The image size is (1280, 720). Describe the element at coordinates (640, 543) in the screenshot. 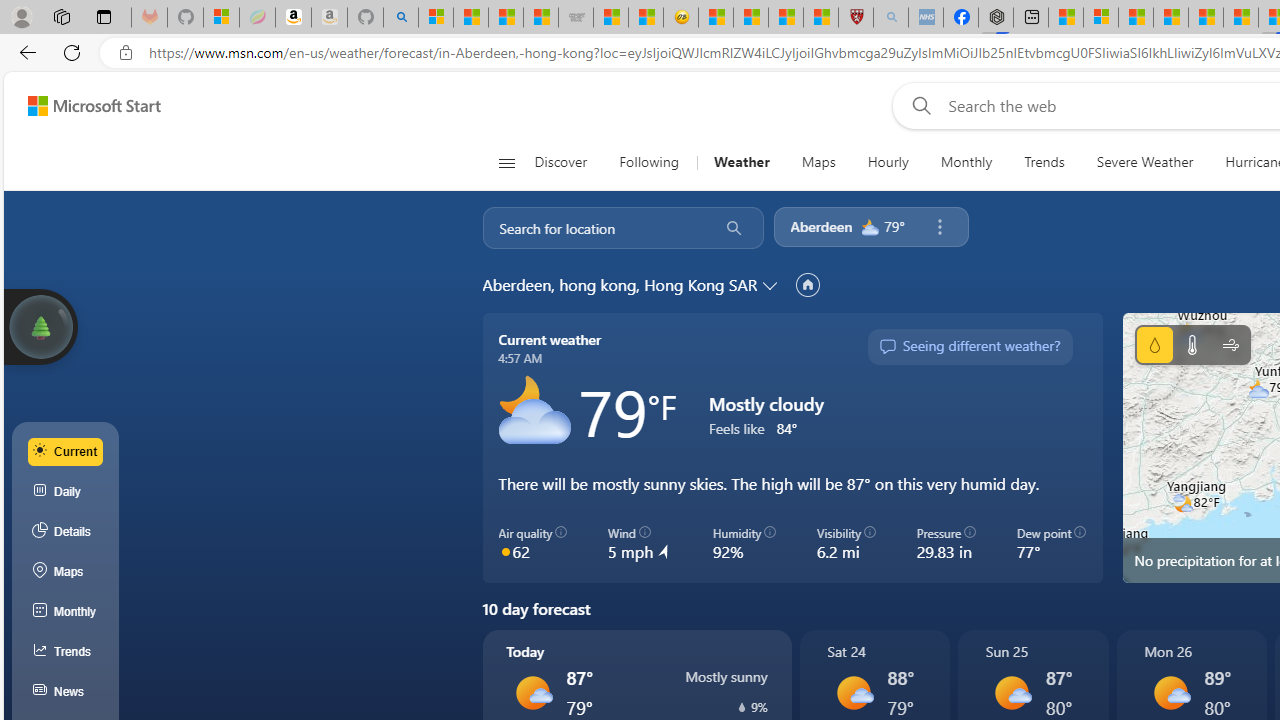

I see `'Wind 5 mph'` at that location.